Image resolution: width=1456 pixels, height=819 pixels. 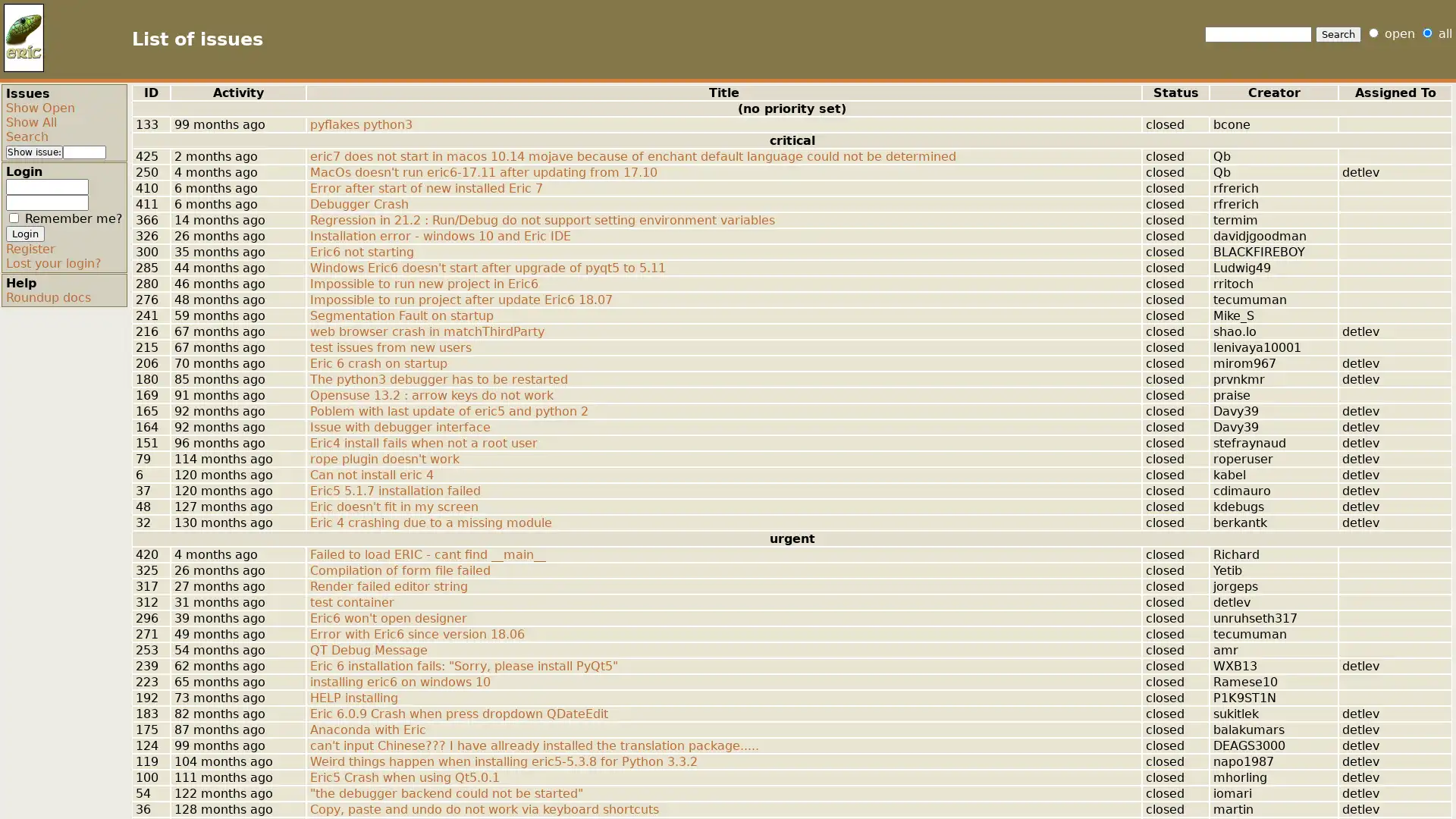 I want to click on Login, so click(x=25, y=234).